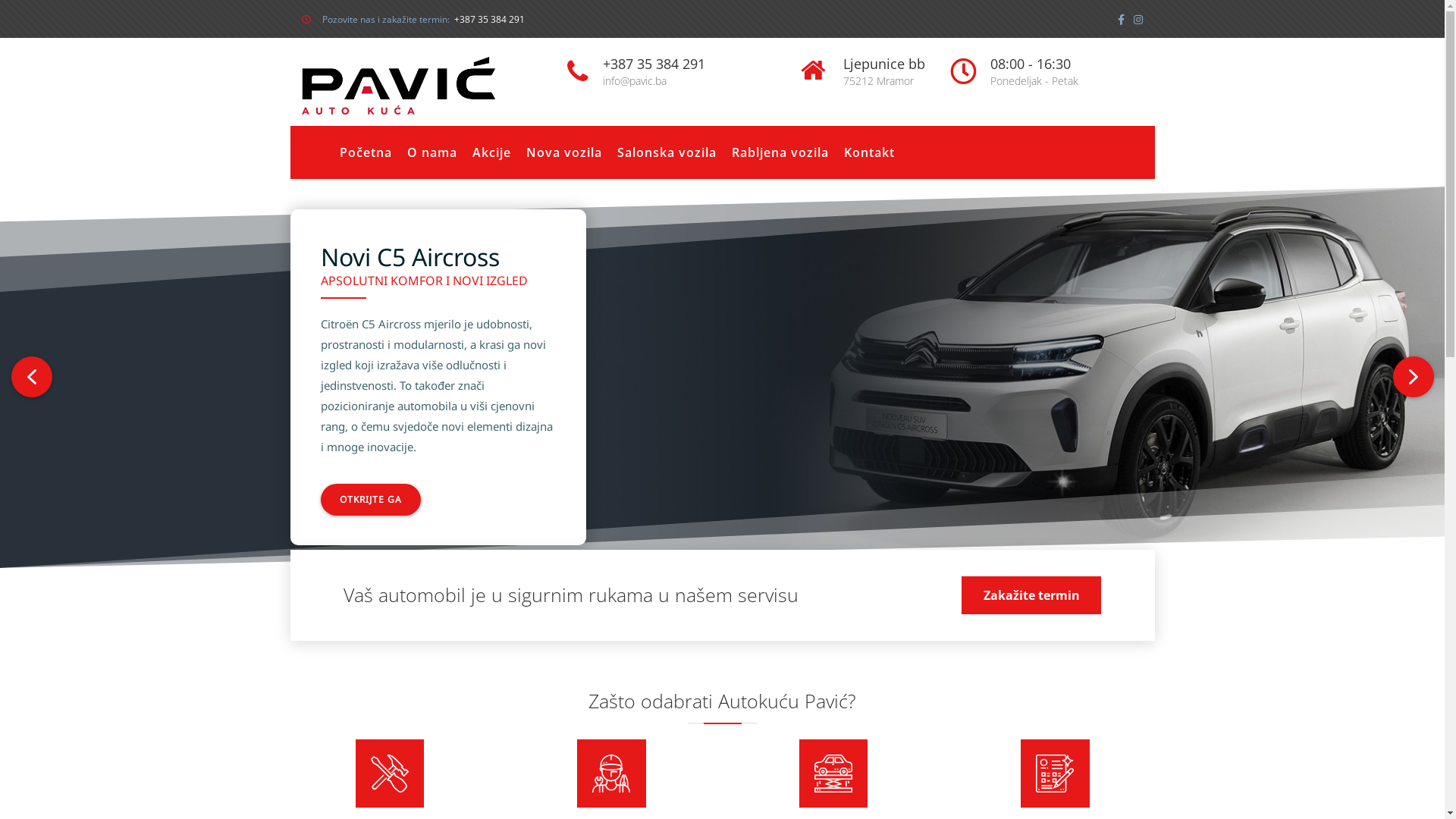  Describe the element at coordinates (563, 152) in the screenshot. I see `'Nova vozila'` at that location.